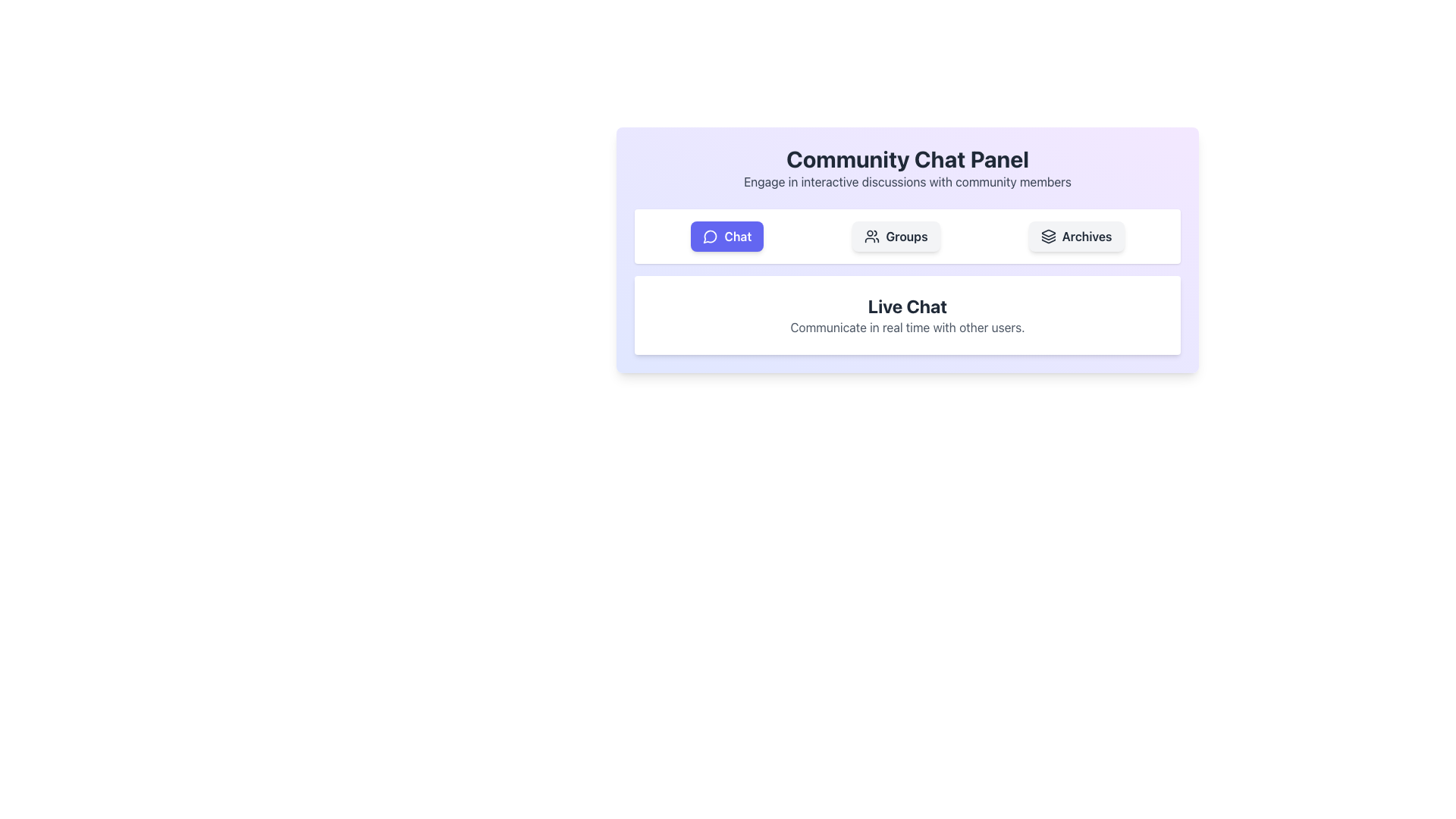 This screenshot has height=819, width=1456. What do you see at coordinates (710, 237) in the screenshot?
I see `the circular speech bubble icon of the 'Chat' button, which is located at the top-left of the horizontal options bar in the 'Community Chat Panel'` at bounding box center [710, 237].